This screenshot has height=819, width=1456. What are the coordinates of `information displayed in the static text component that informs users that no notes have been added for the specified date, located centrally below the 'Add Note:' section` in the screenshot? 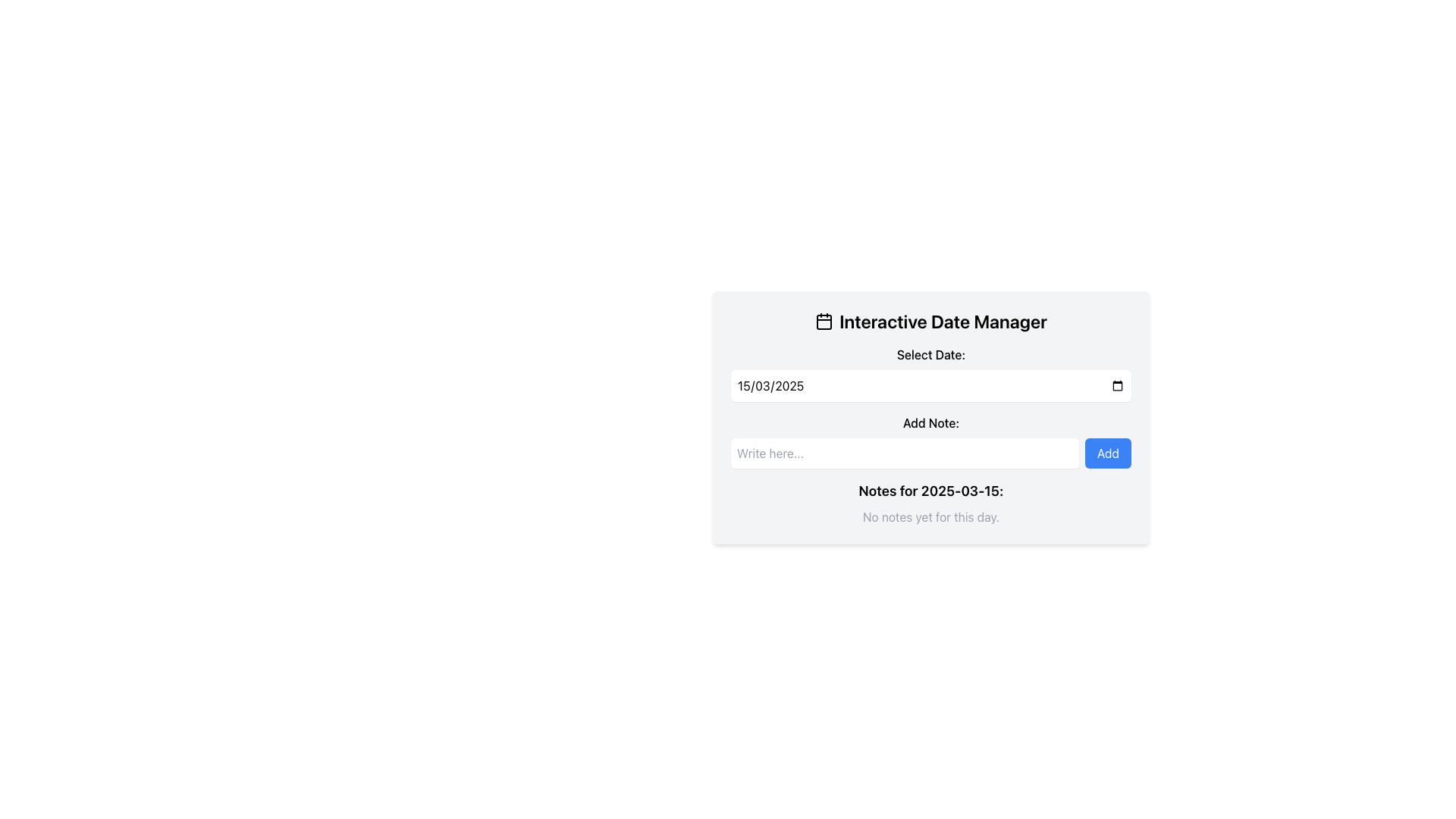 It's located at (930, 503).